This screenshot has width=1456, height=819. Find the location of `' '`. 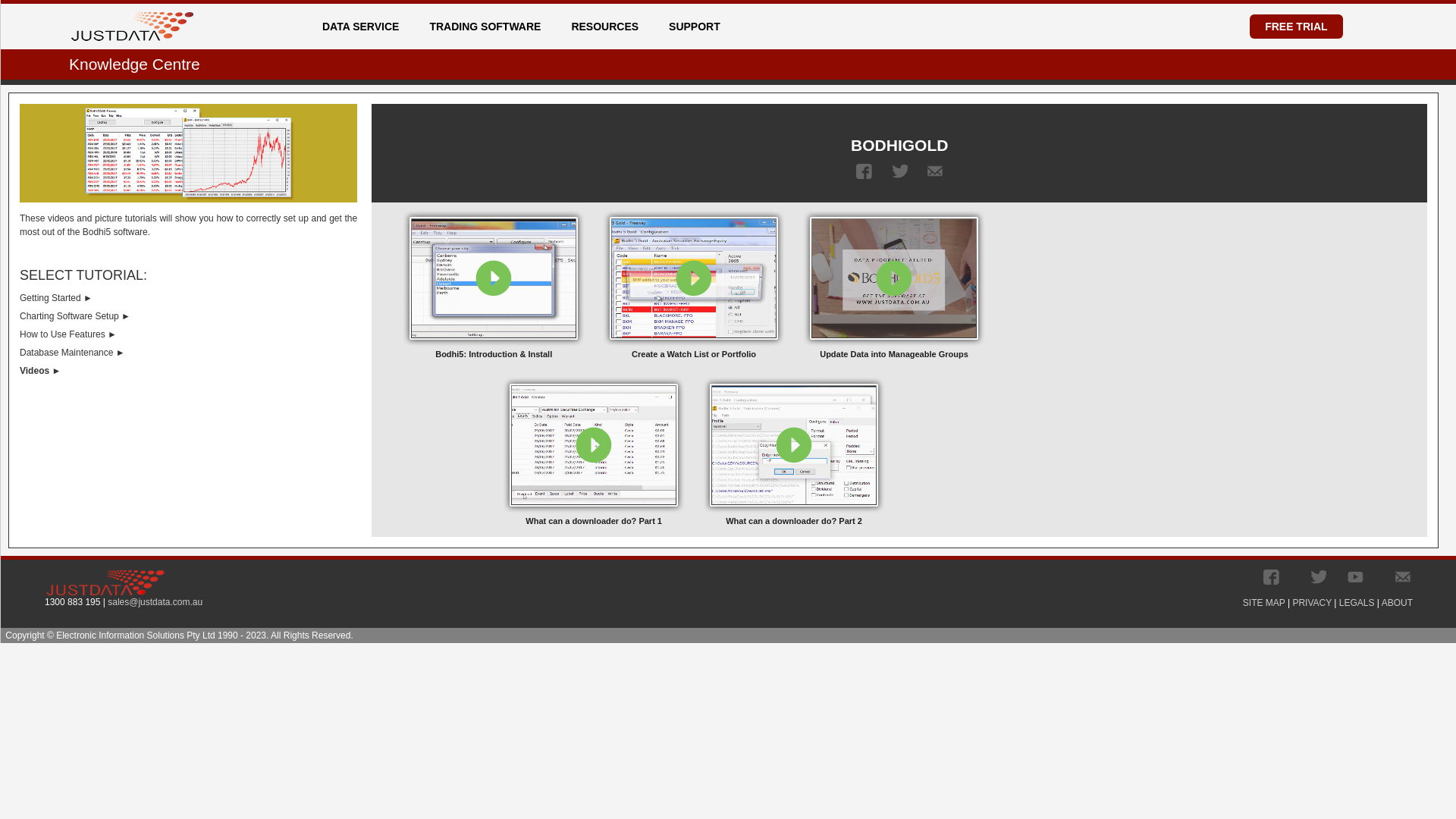

' ' is located at coordinates (855, 171).